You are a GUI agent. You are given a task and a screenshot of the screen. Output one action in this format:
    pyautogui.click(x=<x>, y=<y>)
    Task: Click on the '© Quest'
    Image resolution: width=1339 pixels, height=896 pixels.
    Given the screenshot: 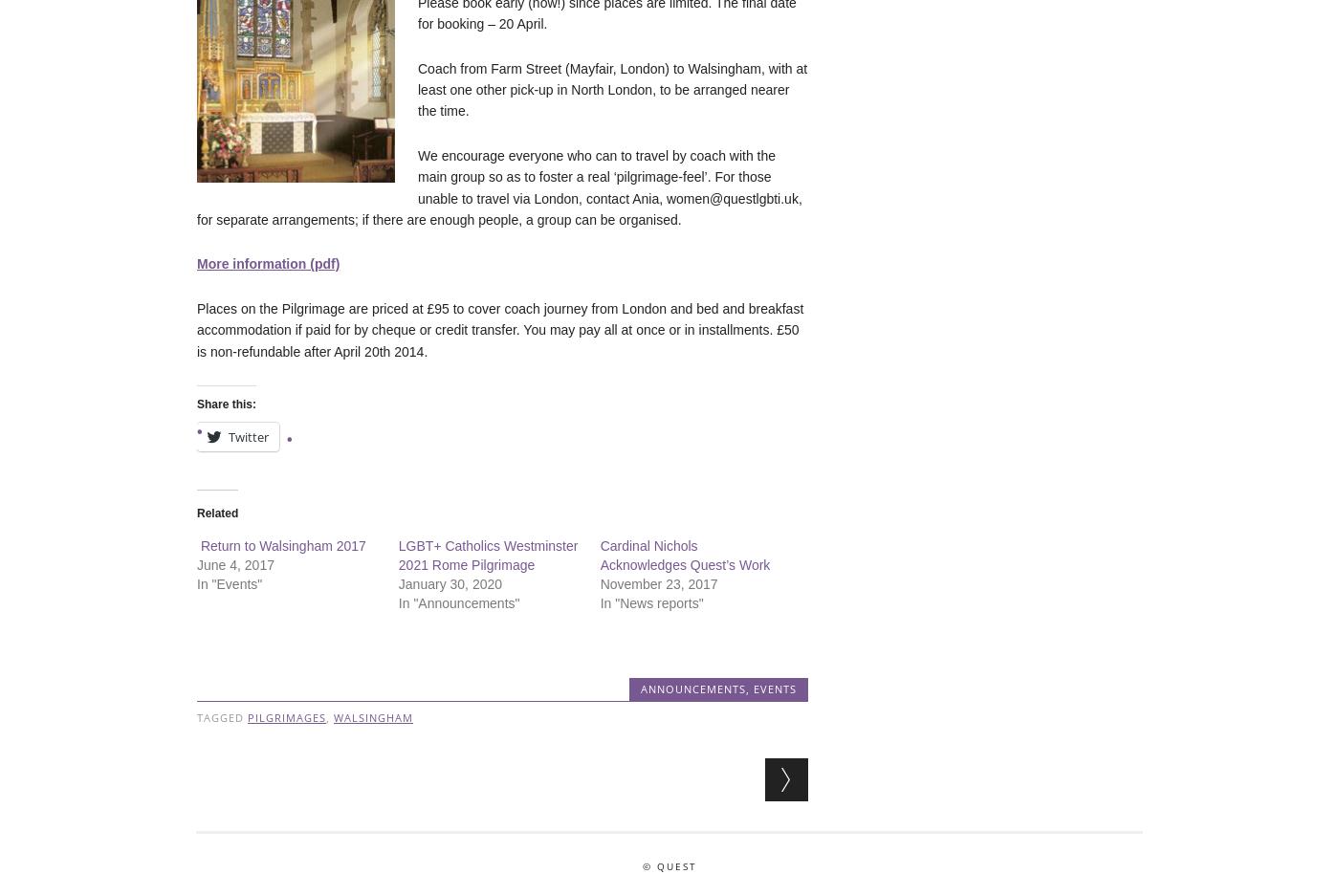 What is the action you would take?
    pyautogui.click(x=669, y=864)
    